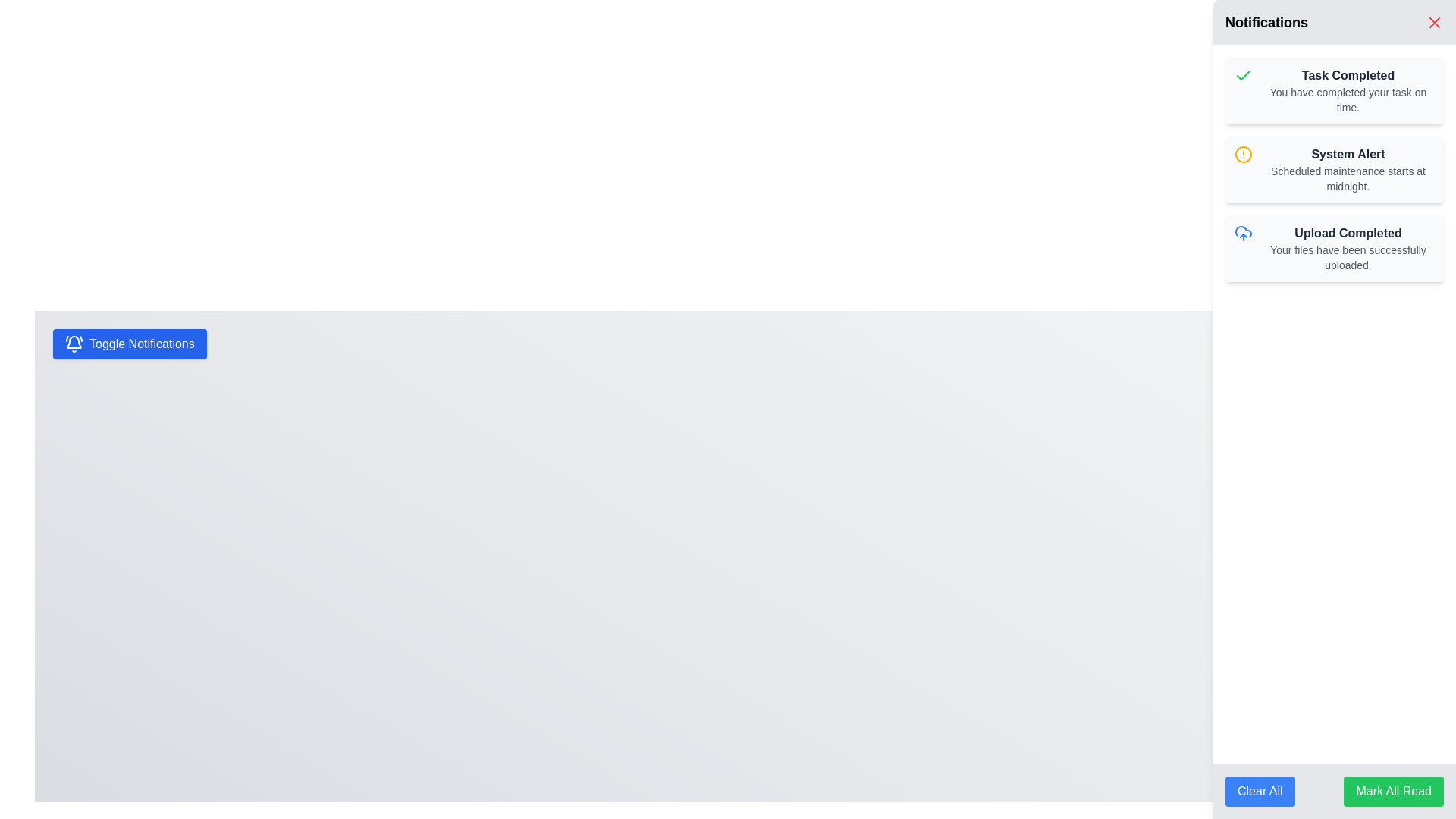  I want to click on the second notification card in the 'Notifications' section which conveys an alert message about upcoming scheduled maintenance, so click(1335, 169).